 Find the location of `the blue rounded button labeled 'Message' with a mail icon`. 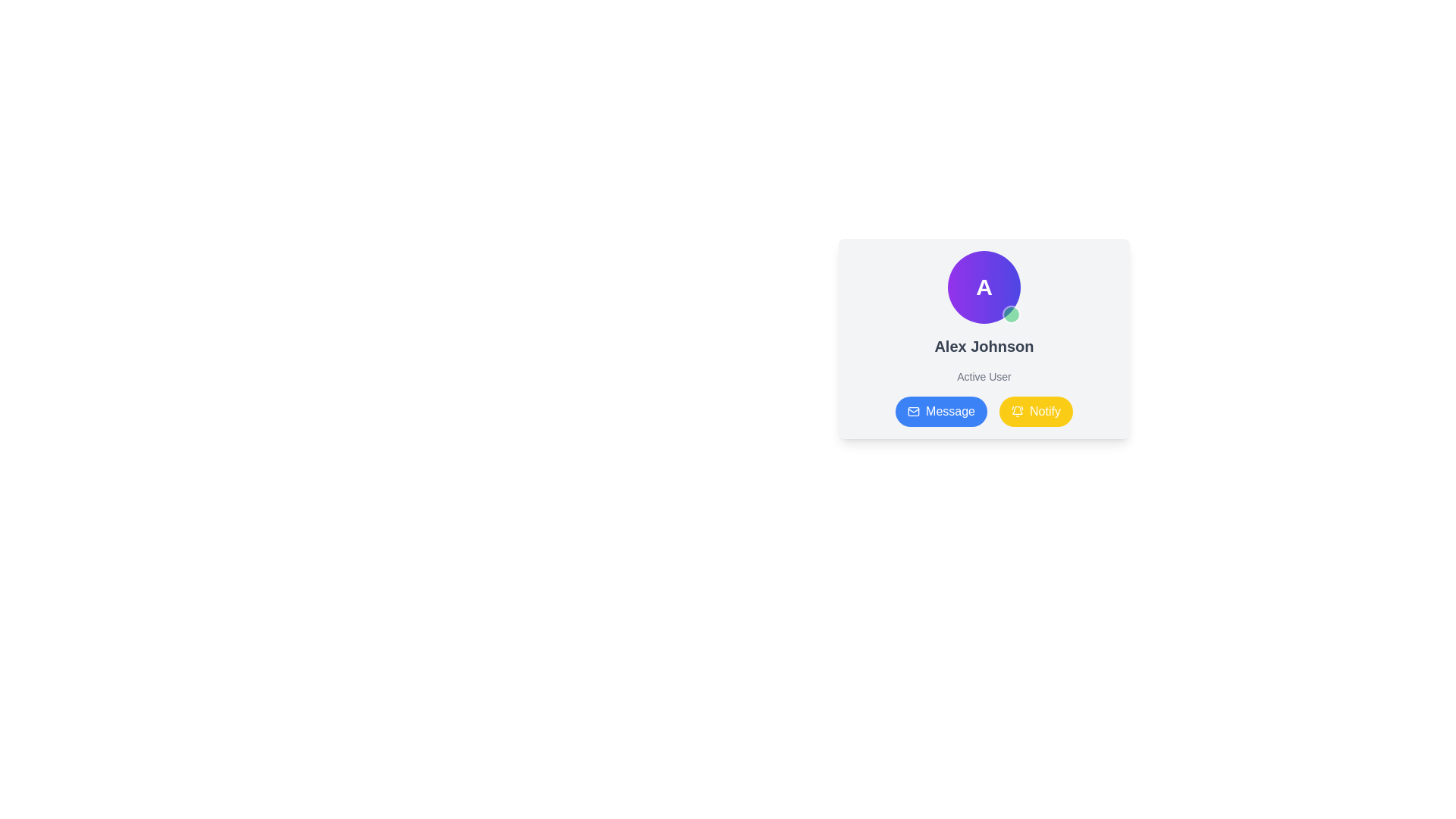

the blue rounded button labeled 'Message' with a mail icon is located at coordinates (940, 412).